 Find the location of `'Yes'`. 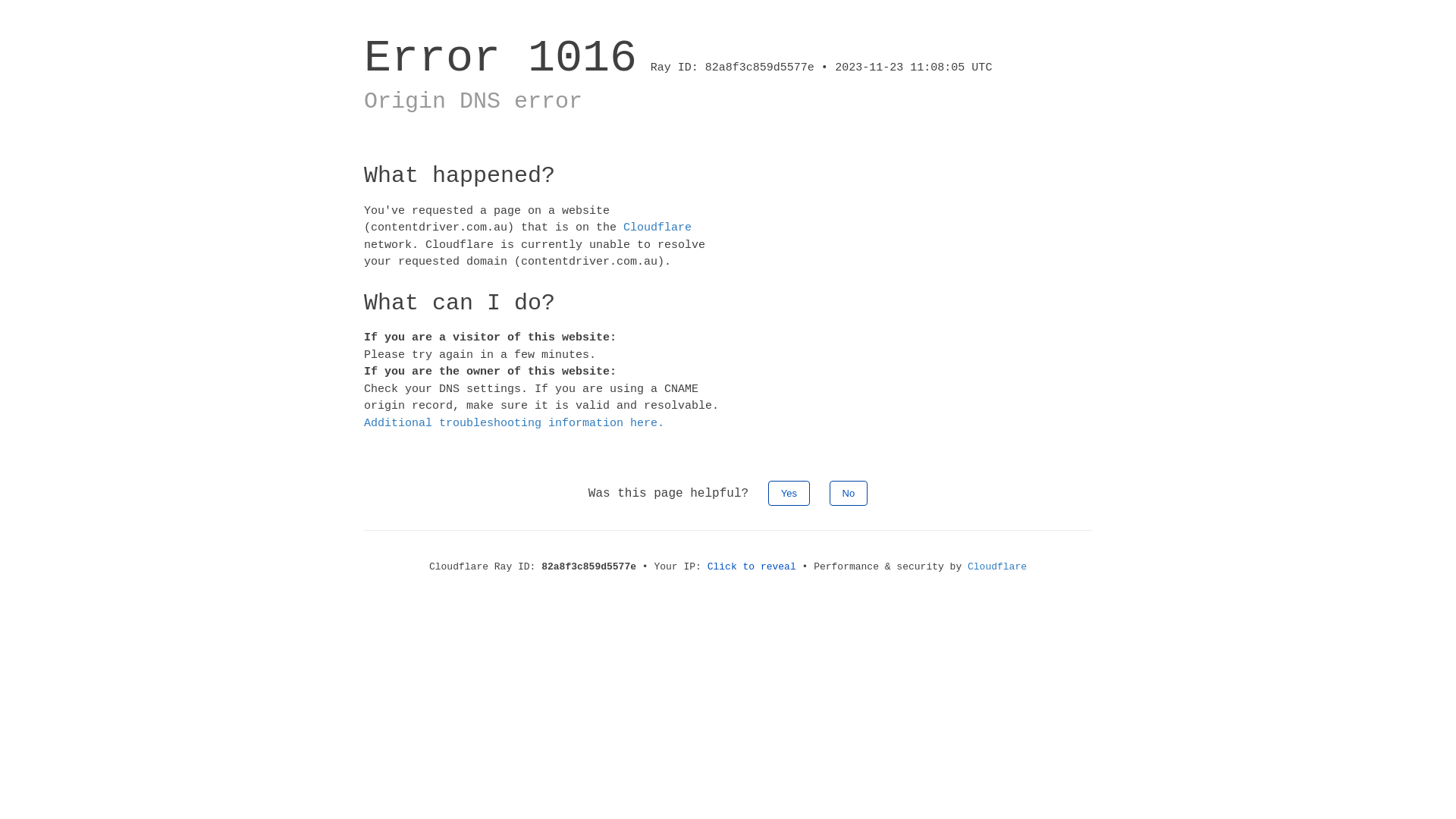

'Yes' is located at coordinates (789, 493).